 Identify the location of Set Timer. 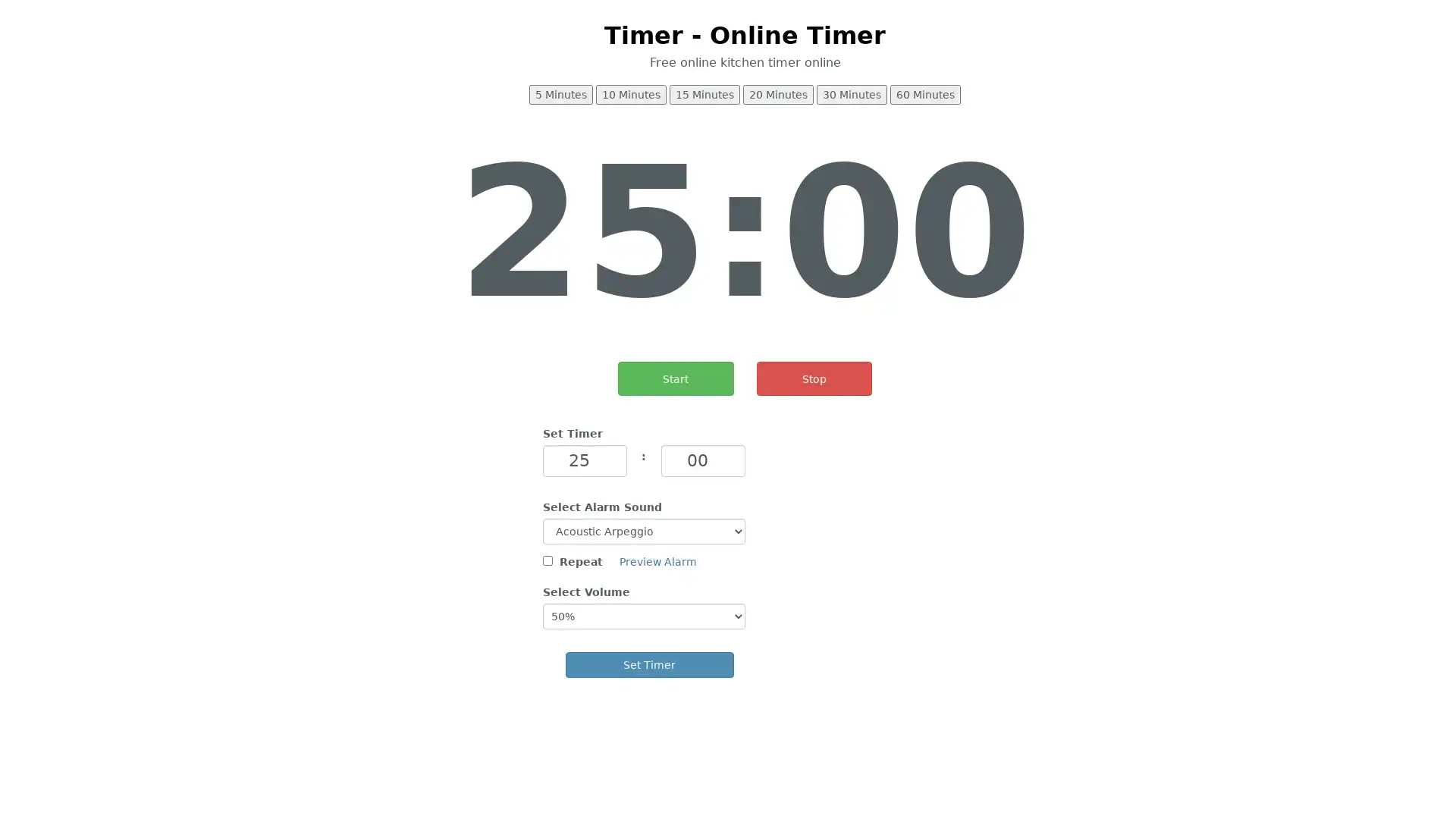
(649, 663).